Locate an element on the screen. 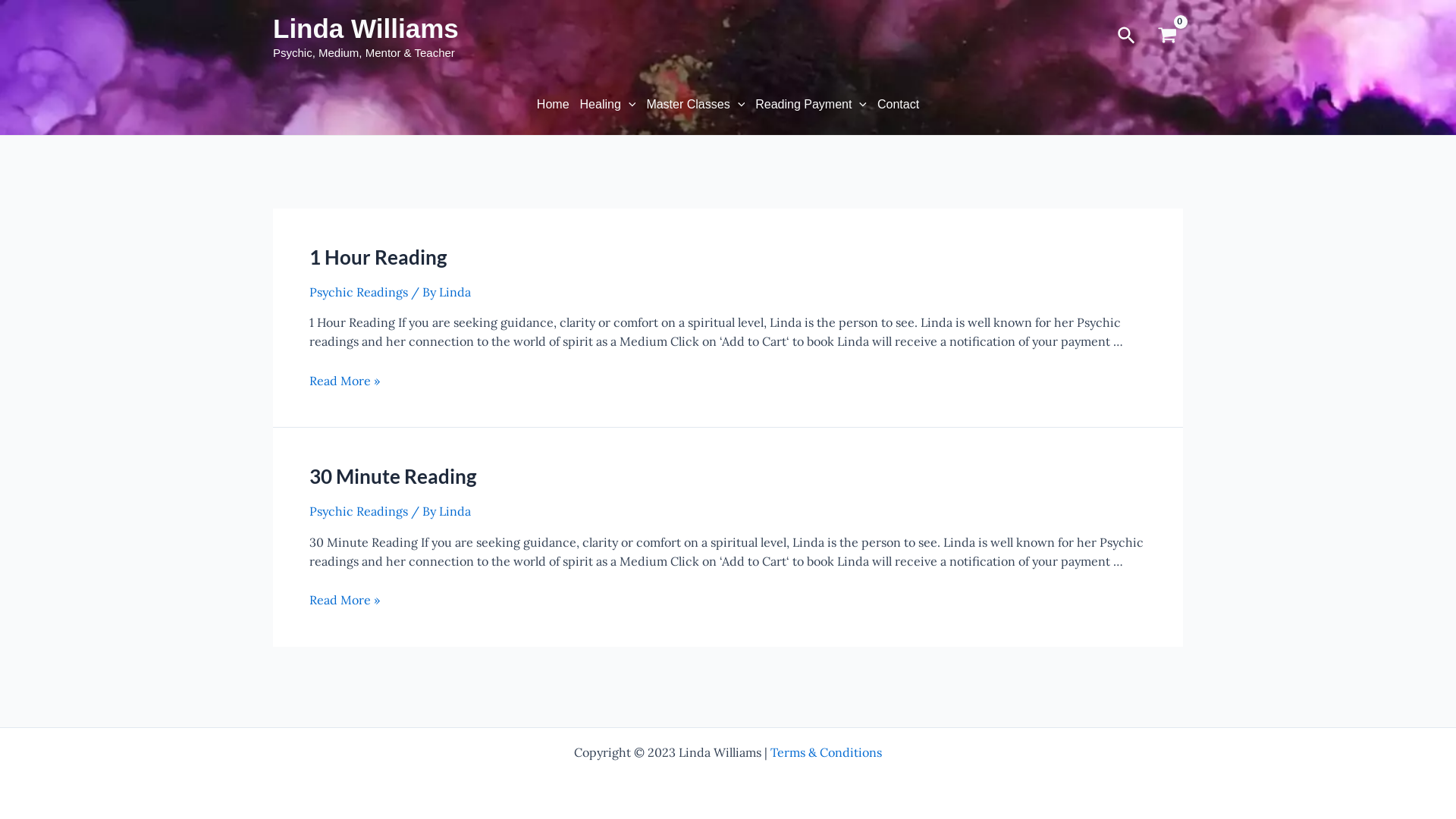 Image resolution: width=1456 pixels, height=819 pixels. 'Linda' is located at coordinates (454, 292).